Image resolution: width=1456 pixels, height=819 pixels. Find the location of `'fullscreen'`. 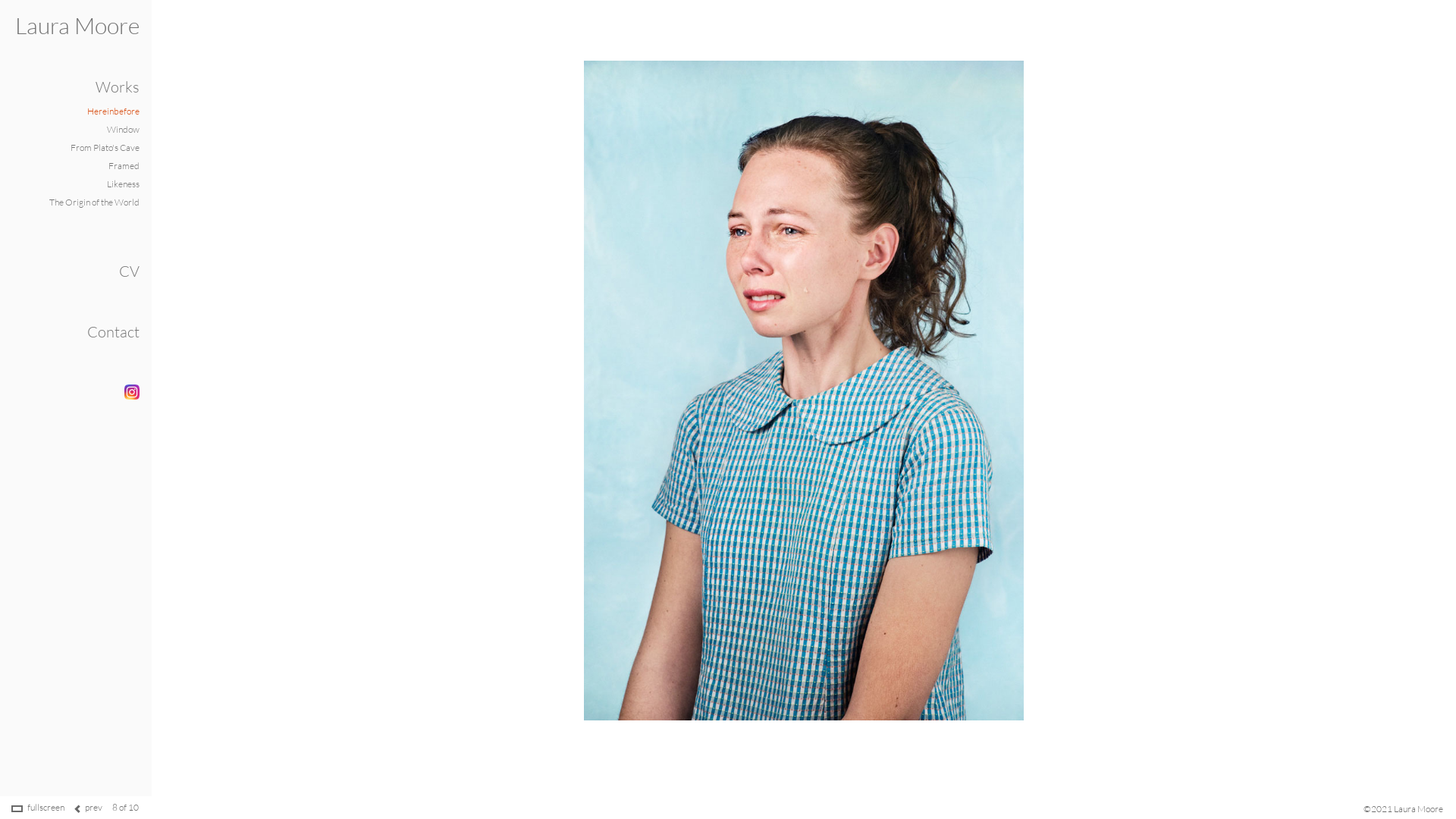

'fullscreen' is located at coordinates (45, 805).